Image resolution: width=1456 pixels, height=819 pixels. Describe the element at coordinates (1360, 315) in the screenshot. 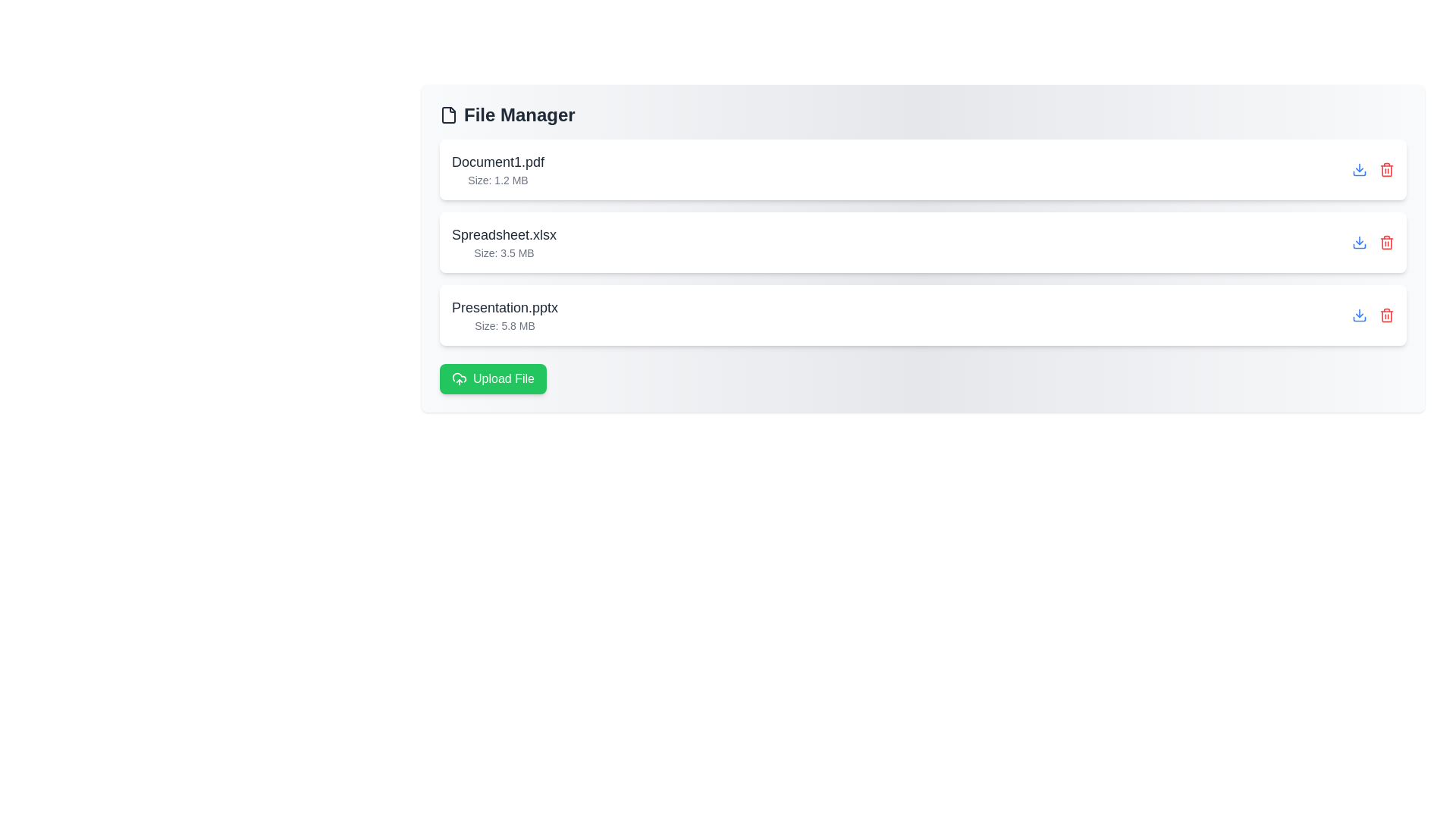

I see `download button for the file Presentation.pptx` at that location.